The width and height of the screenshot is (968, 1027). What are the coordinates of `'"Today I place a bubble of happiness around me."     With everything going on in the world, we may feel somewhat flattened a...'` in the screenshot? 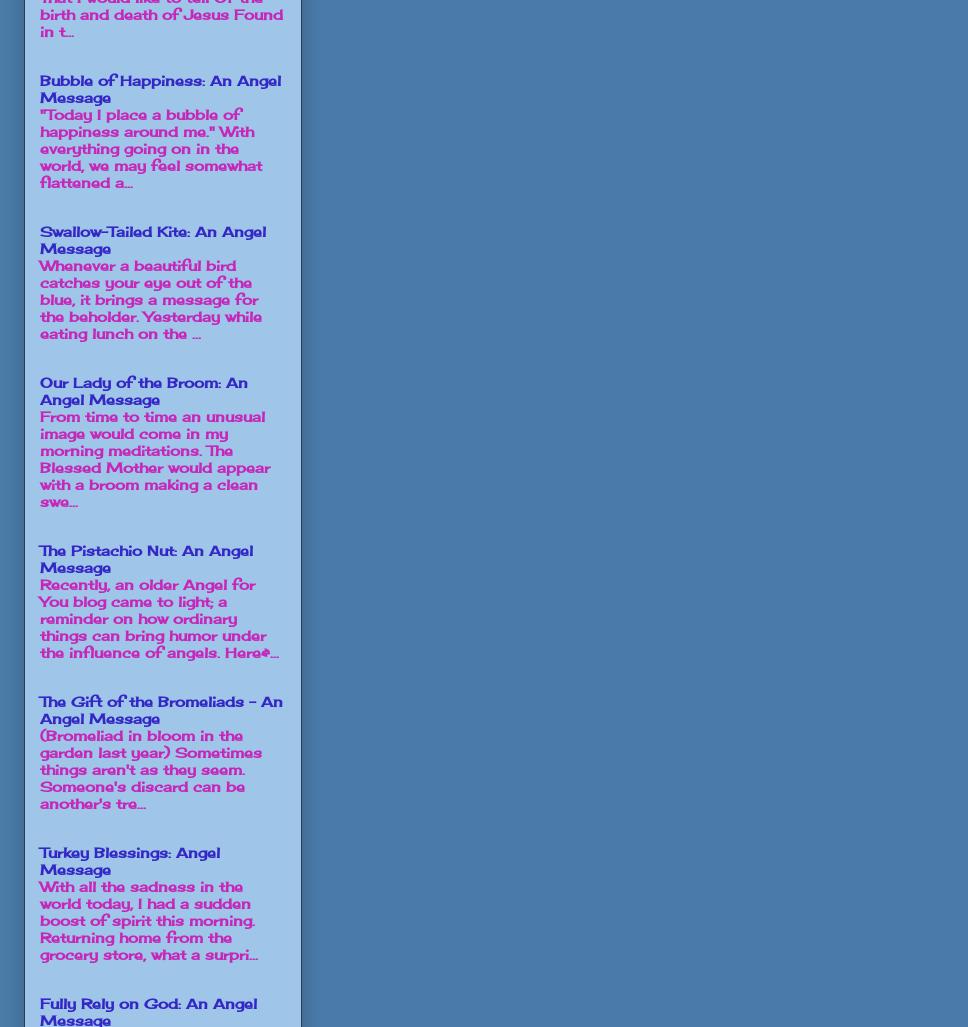 It's located at (150, 148).